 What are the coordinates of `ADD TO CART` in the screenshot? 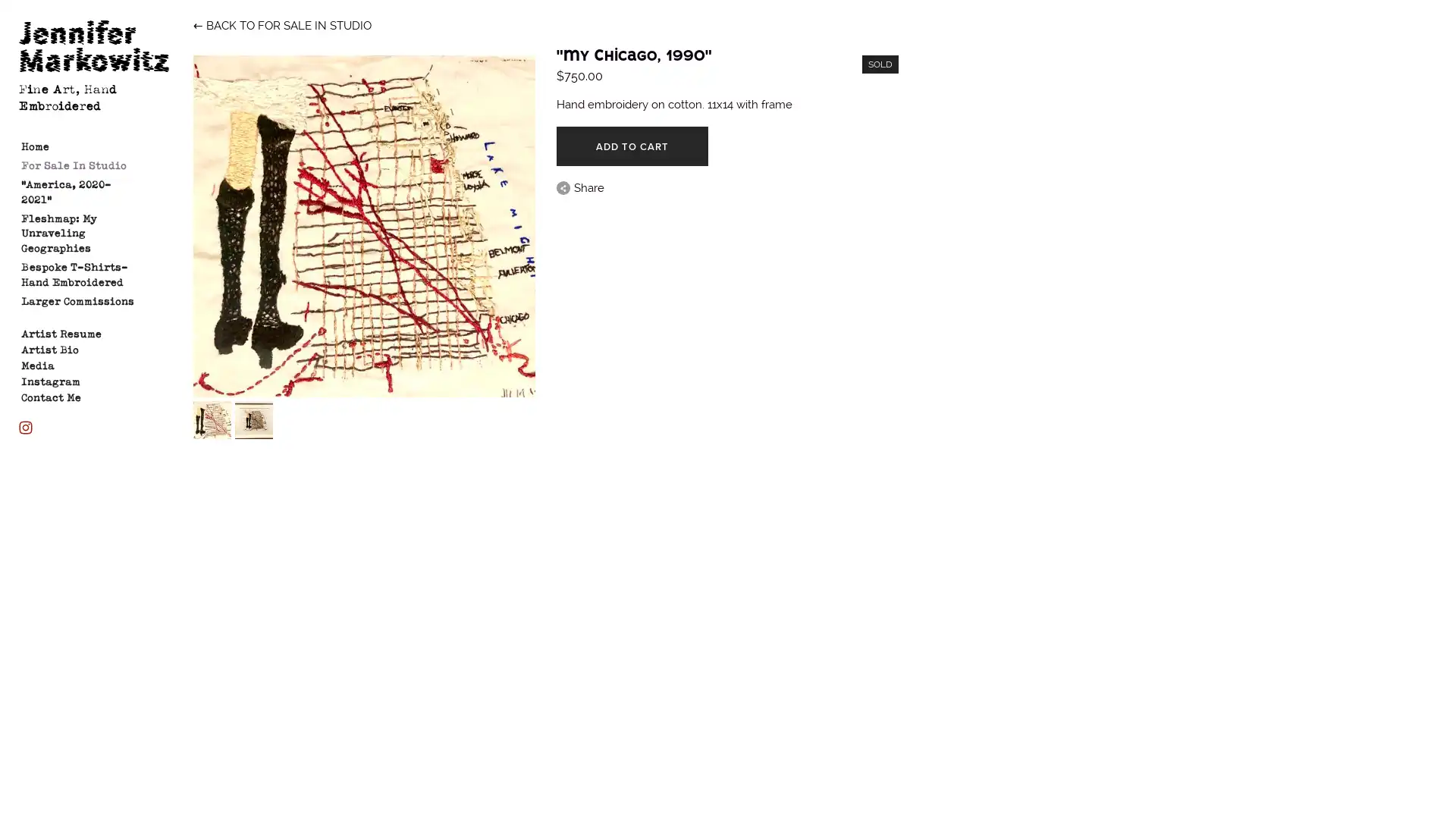 It's located at (632, 146).